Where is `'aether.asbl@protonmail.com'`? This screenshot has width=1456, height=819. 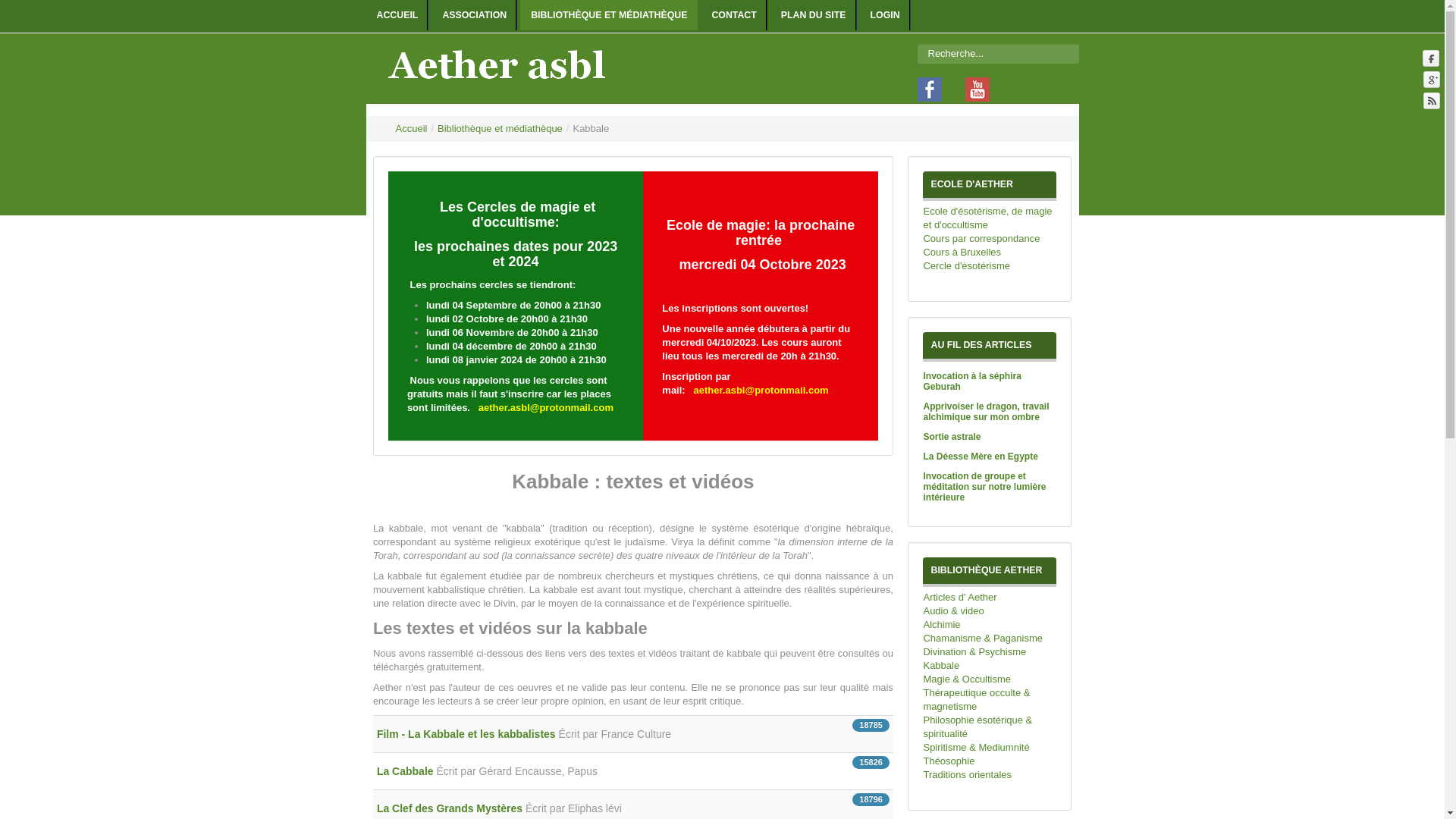
'aether.asbl@protonmail.com' is located at coordinates (546, 406).